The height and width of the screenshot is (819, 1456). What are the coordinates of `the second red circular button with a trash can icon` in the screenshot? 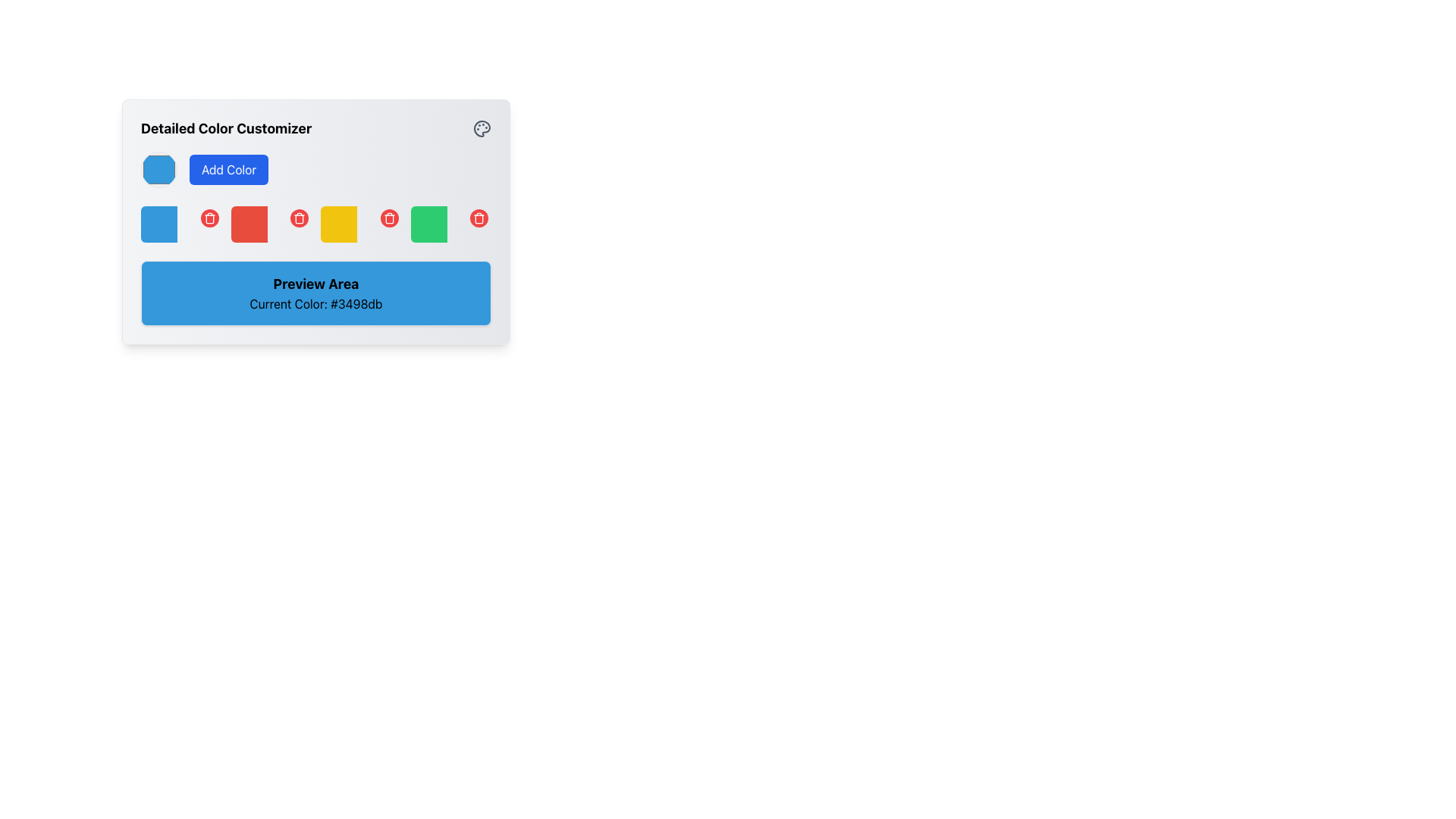 It's located at (209, 218).